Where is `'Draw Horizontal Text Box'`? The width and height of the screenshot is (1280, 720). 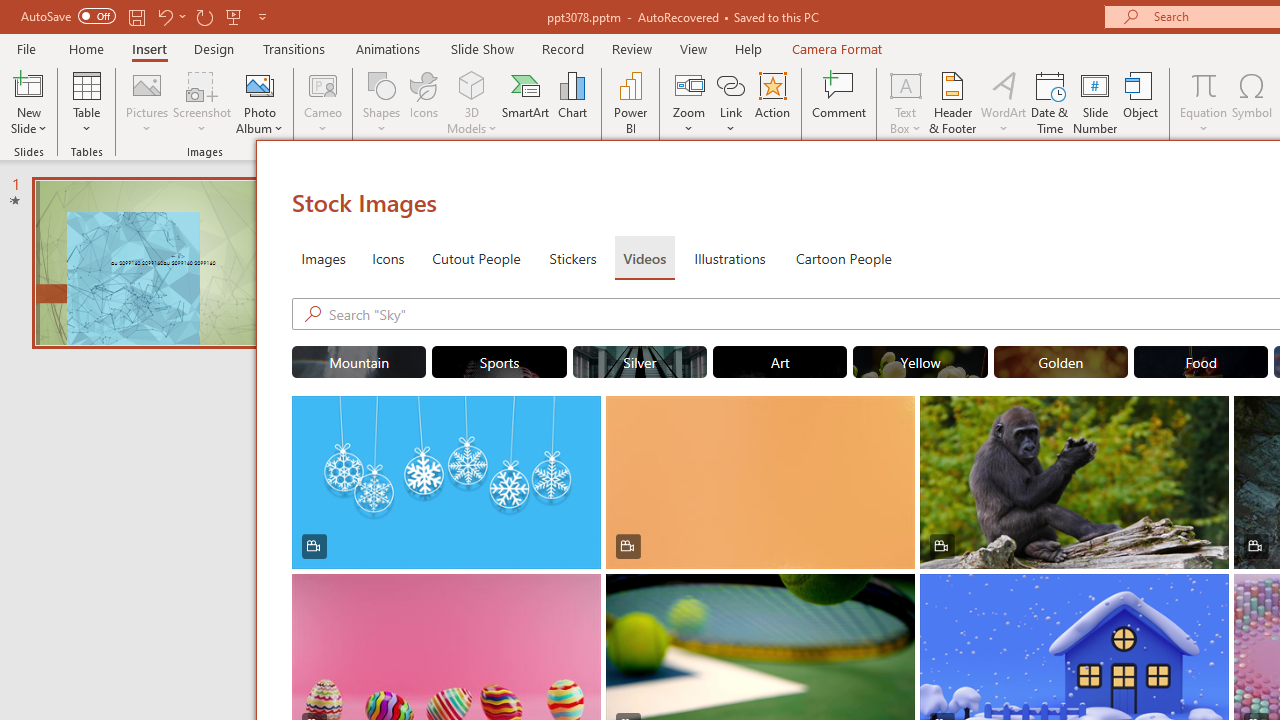 'Draw Horizontal Text Box' is located at coordinates (904, 84).